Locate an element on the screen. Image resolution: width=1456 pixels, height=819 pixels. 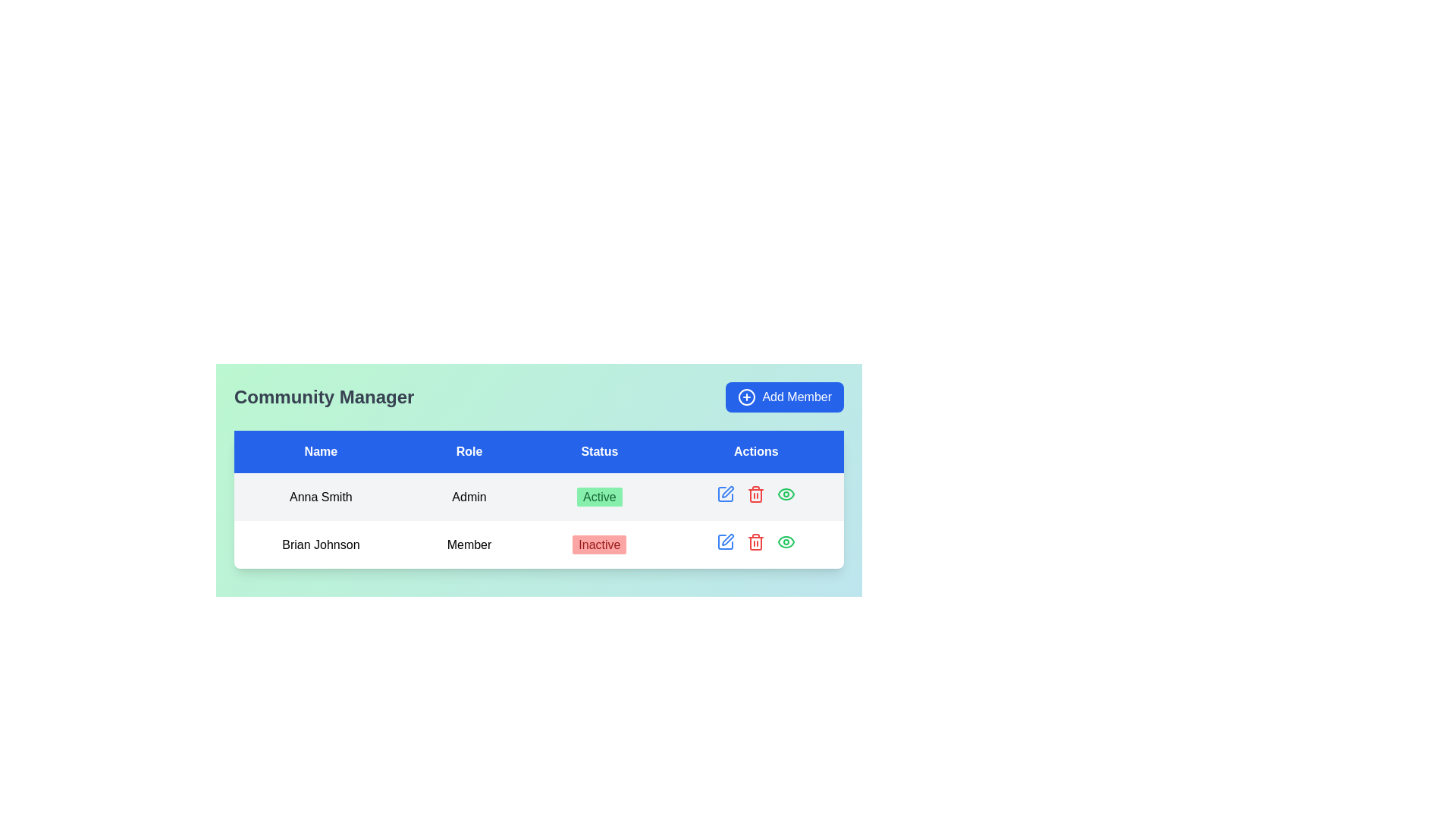
the pen icon with a square outline in the 'Actions' column of the 'Community Manager' table for the user 'Brian Johnson' is located at coordinates (725, 494).